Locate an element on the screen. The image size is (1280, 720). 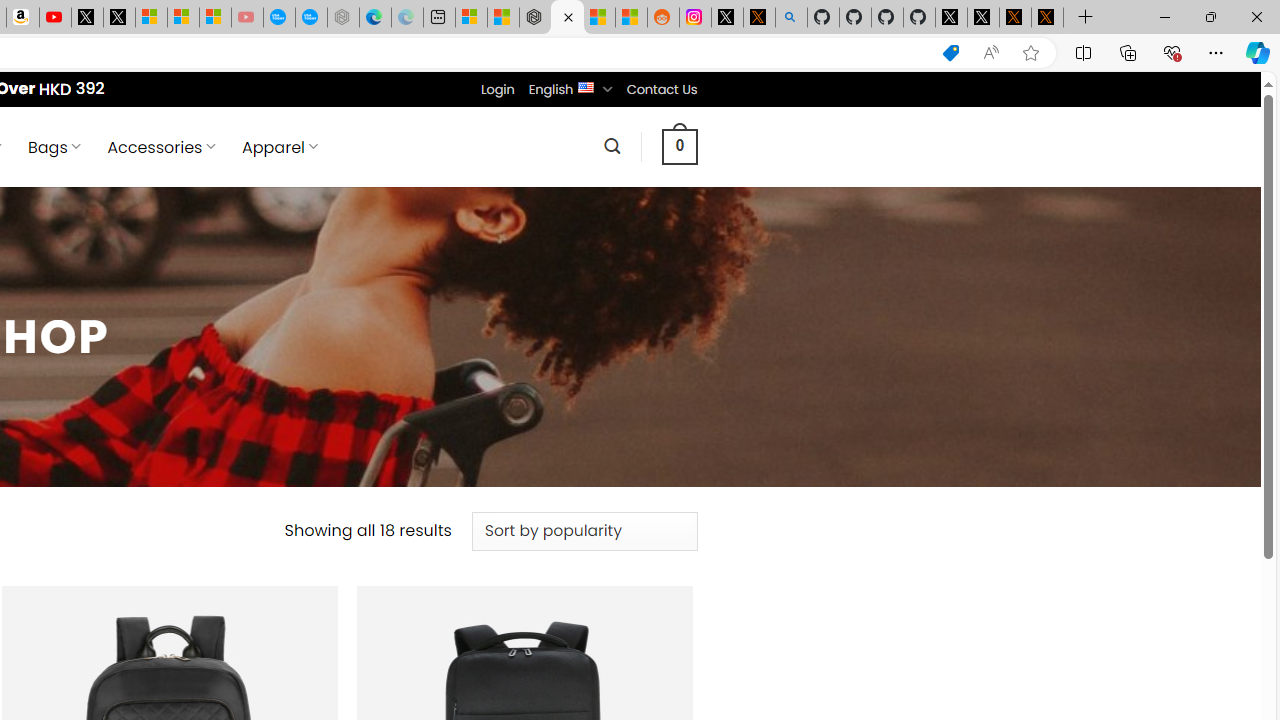
'Nordace - Best Sellers' is located at coordinates (535, 17).